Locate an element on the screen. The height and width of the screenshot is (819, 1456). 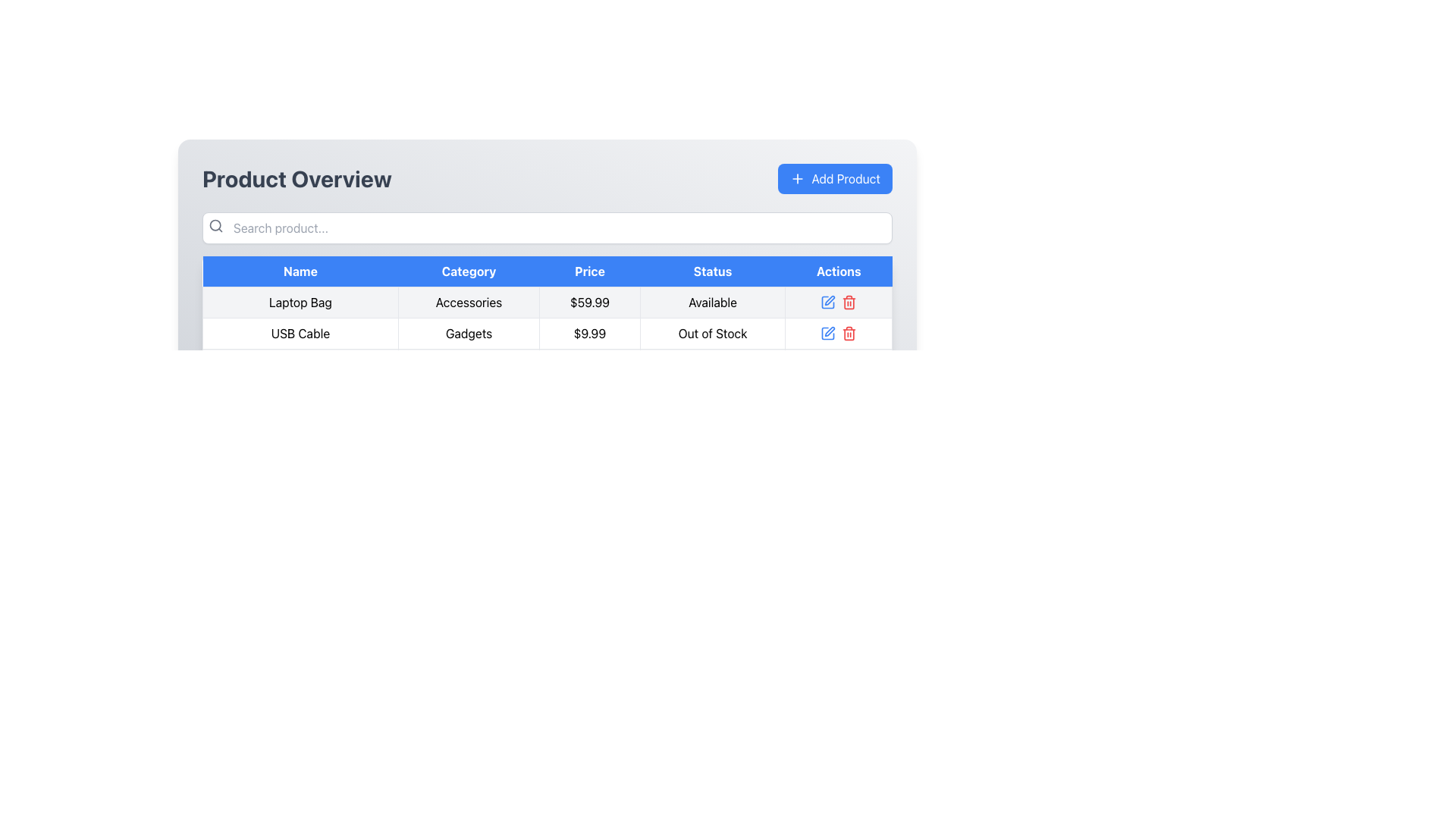
the circular part of the SVG search icon located at the left side of the search bar, positioned at the specified coordinates is located at coordinates (215, 225).